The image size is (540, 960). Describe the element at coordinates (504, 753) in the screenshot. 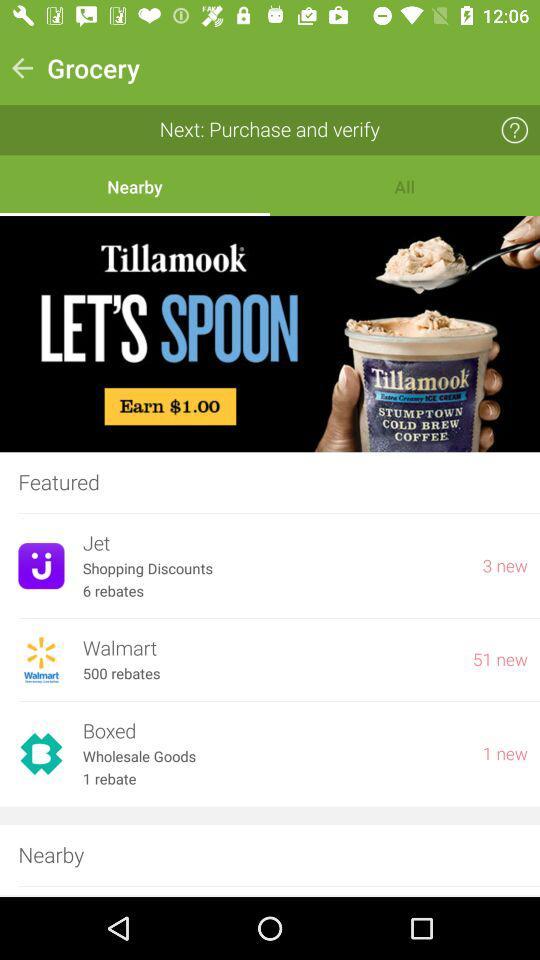

I see `the item next to boxed item` at that location.